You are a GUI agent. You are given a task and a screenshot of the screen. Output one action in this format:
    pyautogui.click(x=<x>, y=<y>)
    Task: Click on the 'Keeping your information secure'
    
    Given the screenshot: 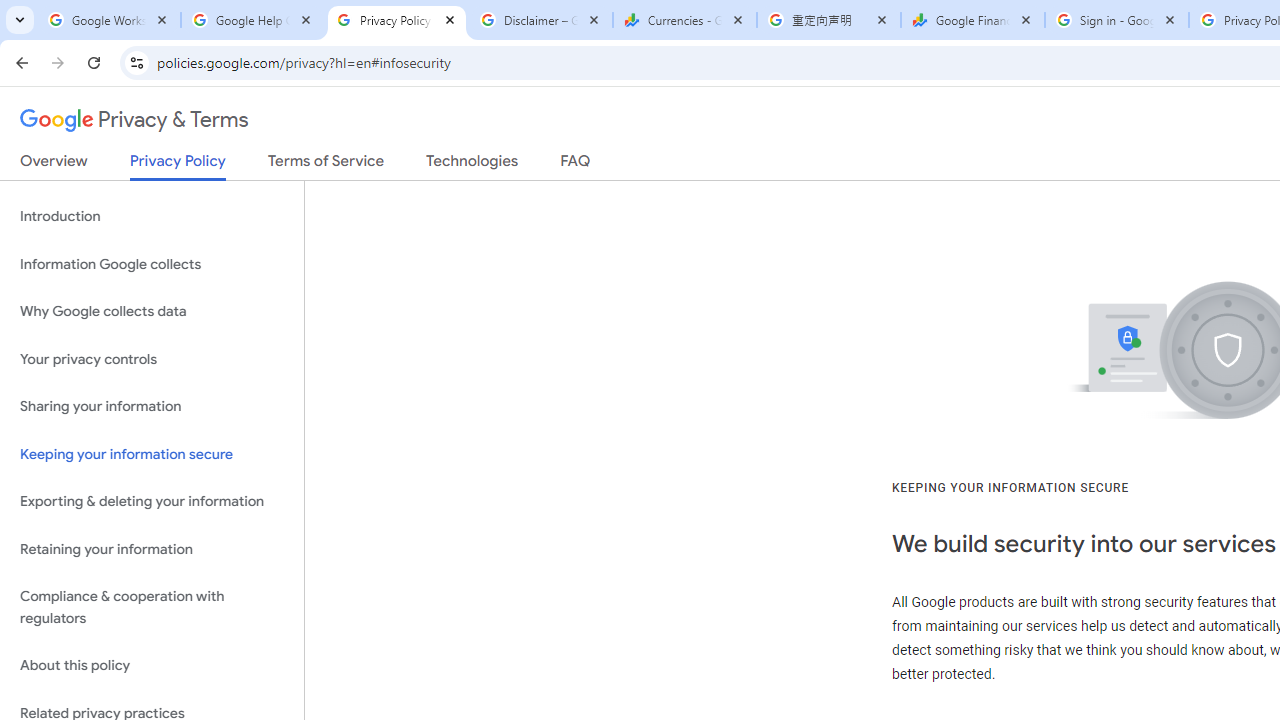 What is the action you would take?
    pyautogui.click(x=151, y=454)
    